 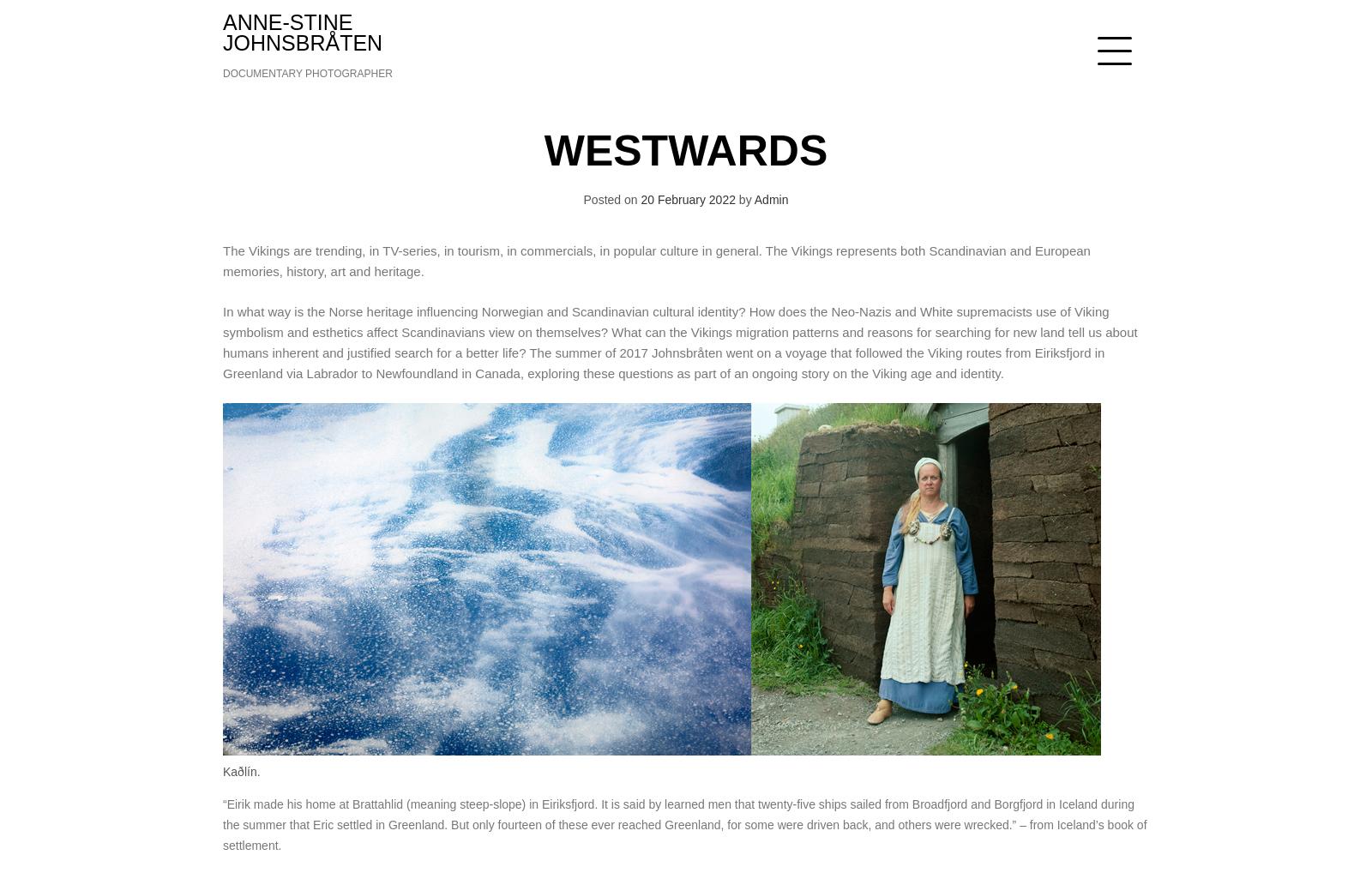 What do you see at coordinates (241, 770) in the screenshot?
I see `'Kaðlín.'` at bounding box center [241, 770].